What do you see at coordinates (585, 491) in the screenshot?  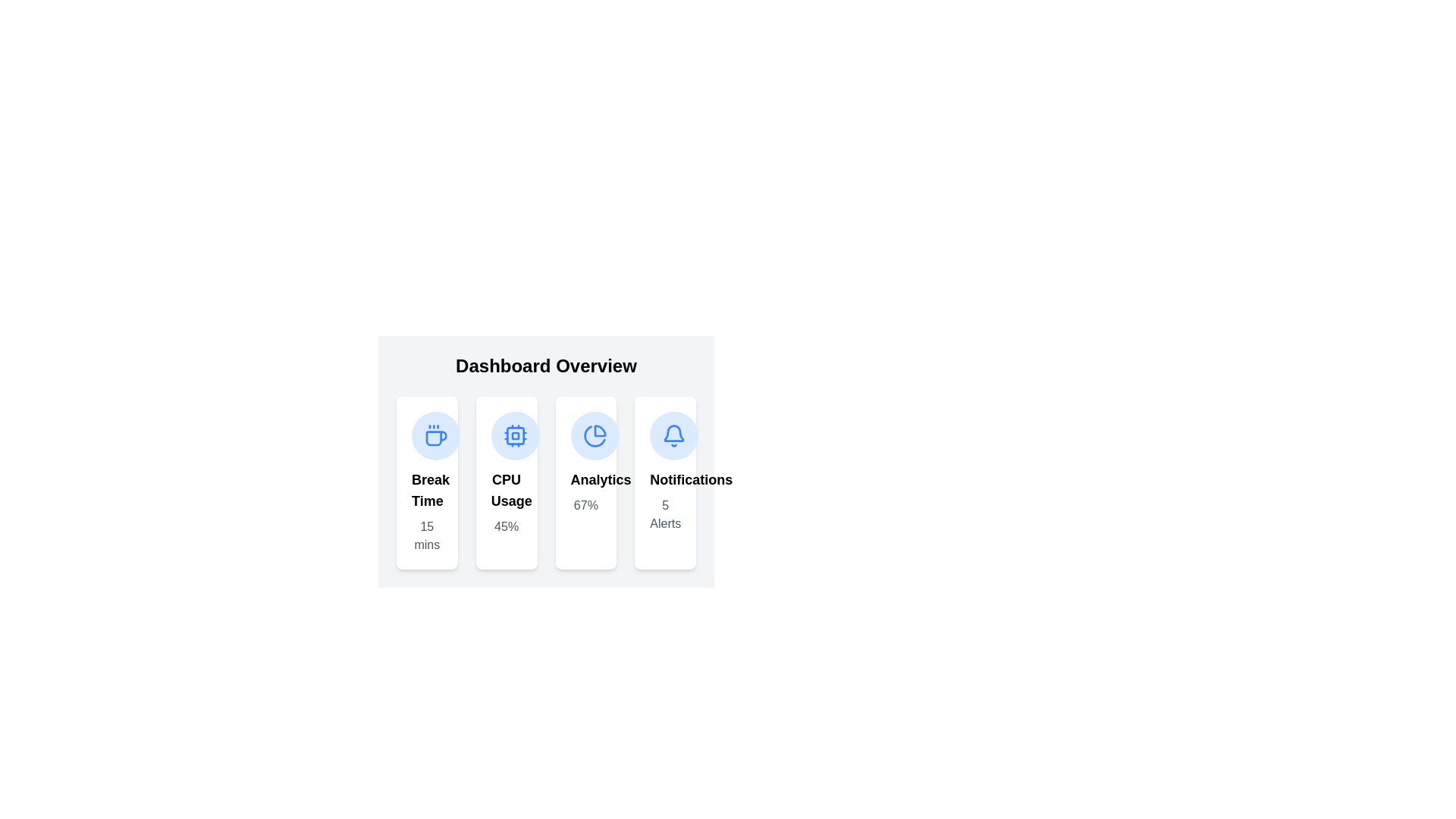 I see `the text label displaying 'Analytics' above '67%' within the third card from the left in a row of four cards` at bounding box center [585, 491].